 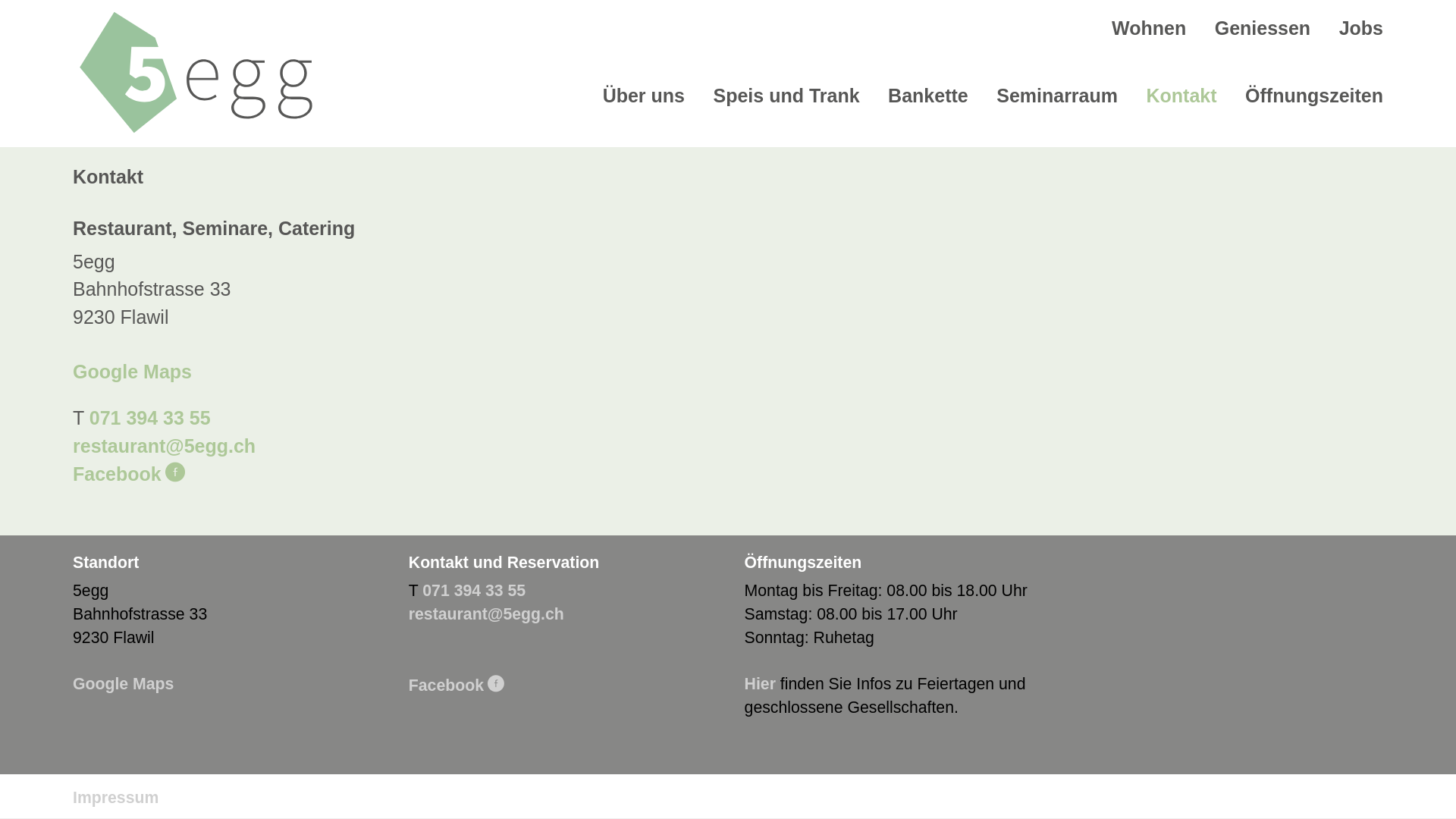 I want to click on 'Hier', so click(x=745, y=684).